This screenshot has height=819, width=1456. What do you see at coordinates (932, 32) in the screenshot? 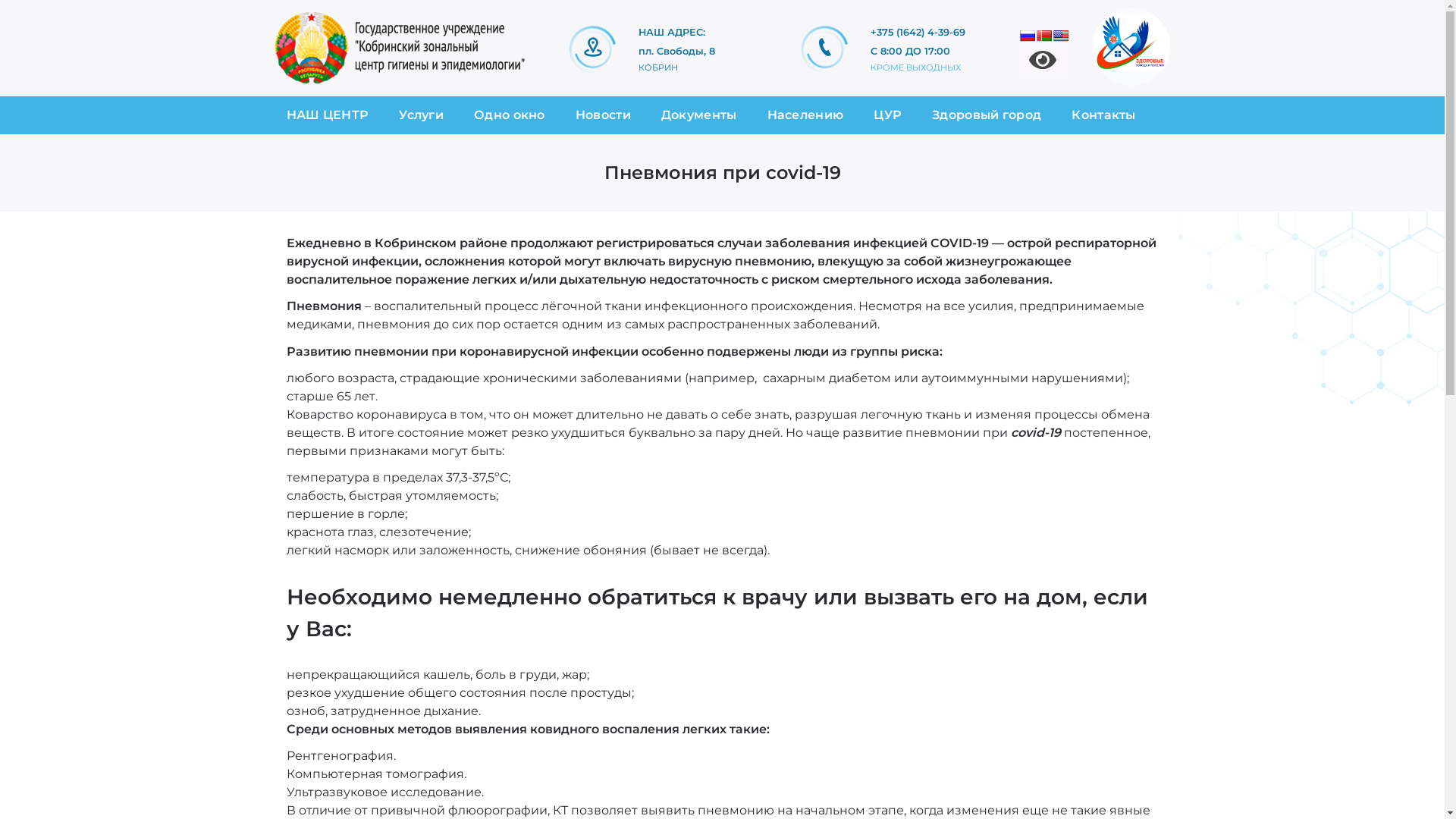
I see `'+375 (1642) 4-39-69'` at bounding box center [932, 32].